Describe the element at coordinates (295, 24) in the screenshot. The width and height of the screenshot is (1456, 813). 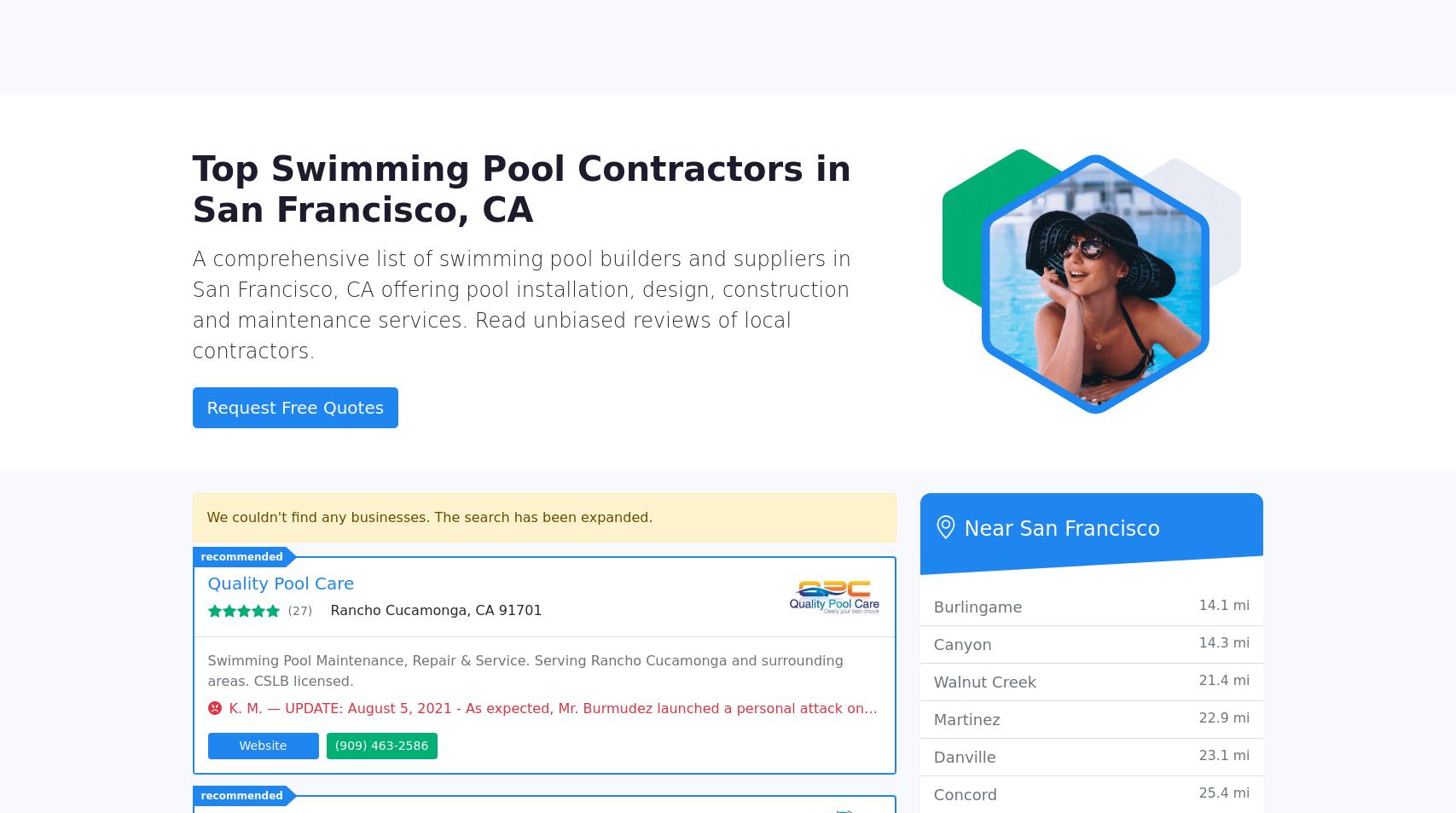
I see `'California'` at that location.